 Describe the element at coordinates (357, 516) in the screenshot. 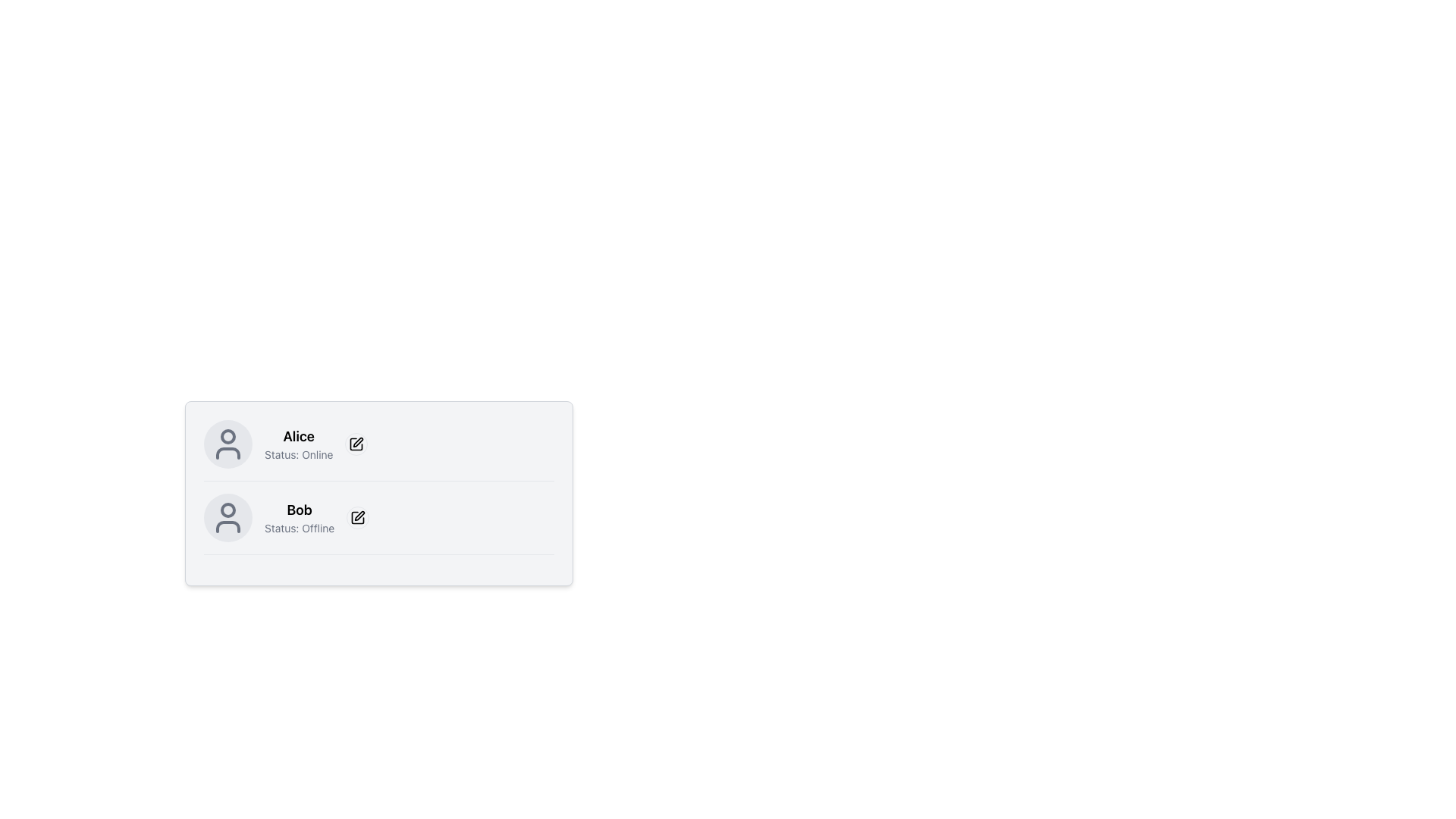

I see `the pen icon located to the right of the text labeled 'Bob' to initiate an edit action` at that location.